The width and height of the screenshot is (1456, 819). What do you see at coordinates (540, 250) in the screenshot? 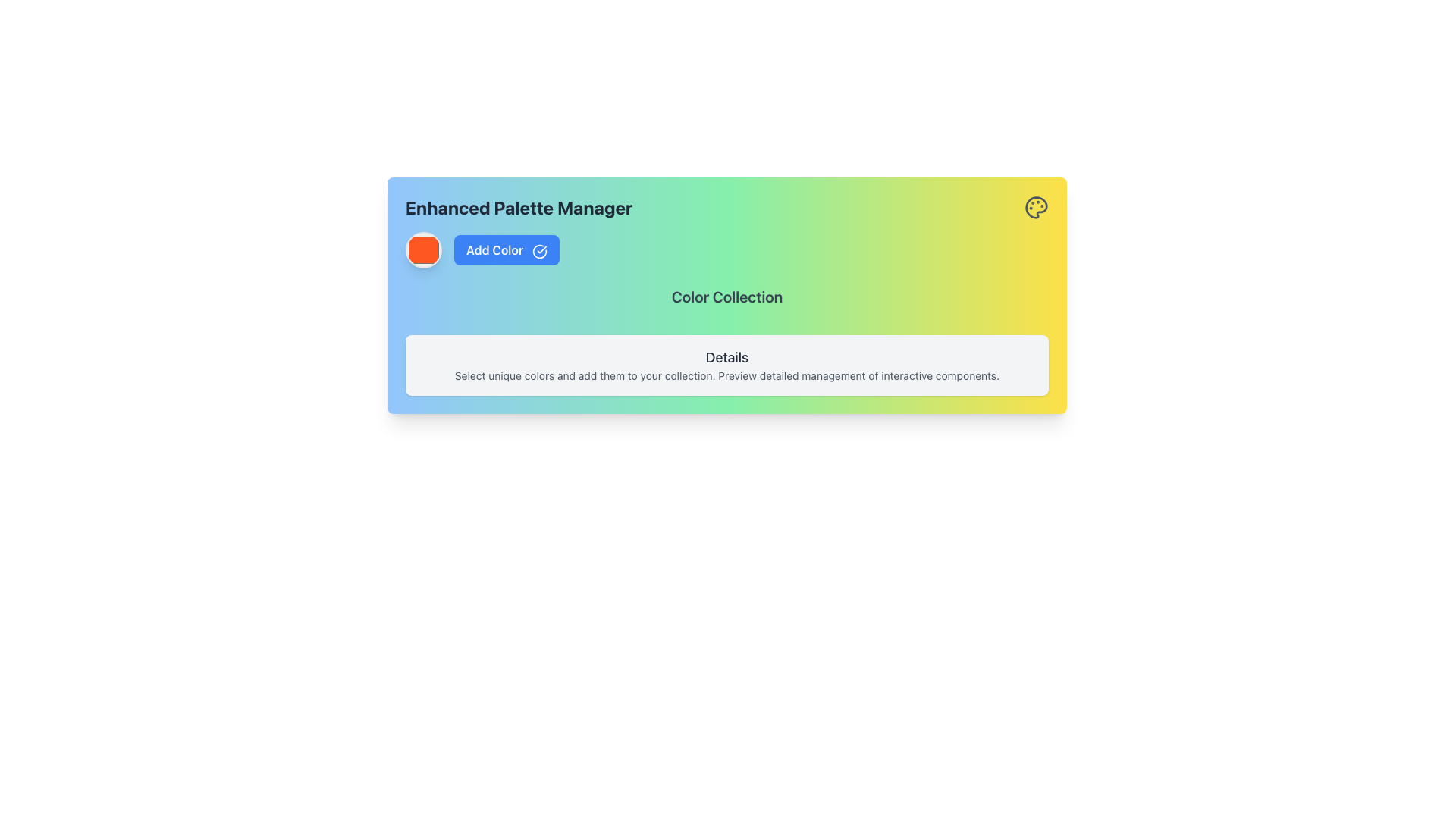
I see `the circular checkmark SVG icon located to the right of the 'Add Color' button, which serves as an indicator associated with the button` at bounding box center [540, 250].